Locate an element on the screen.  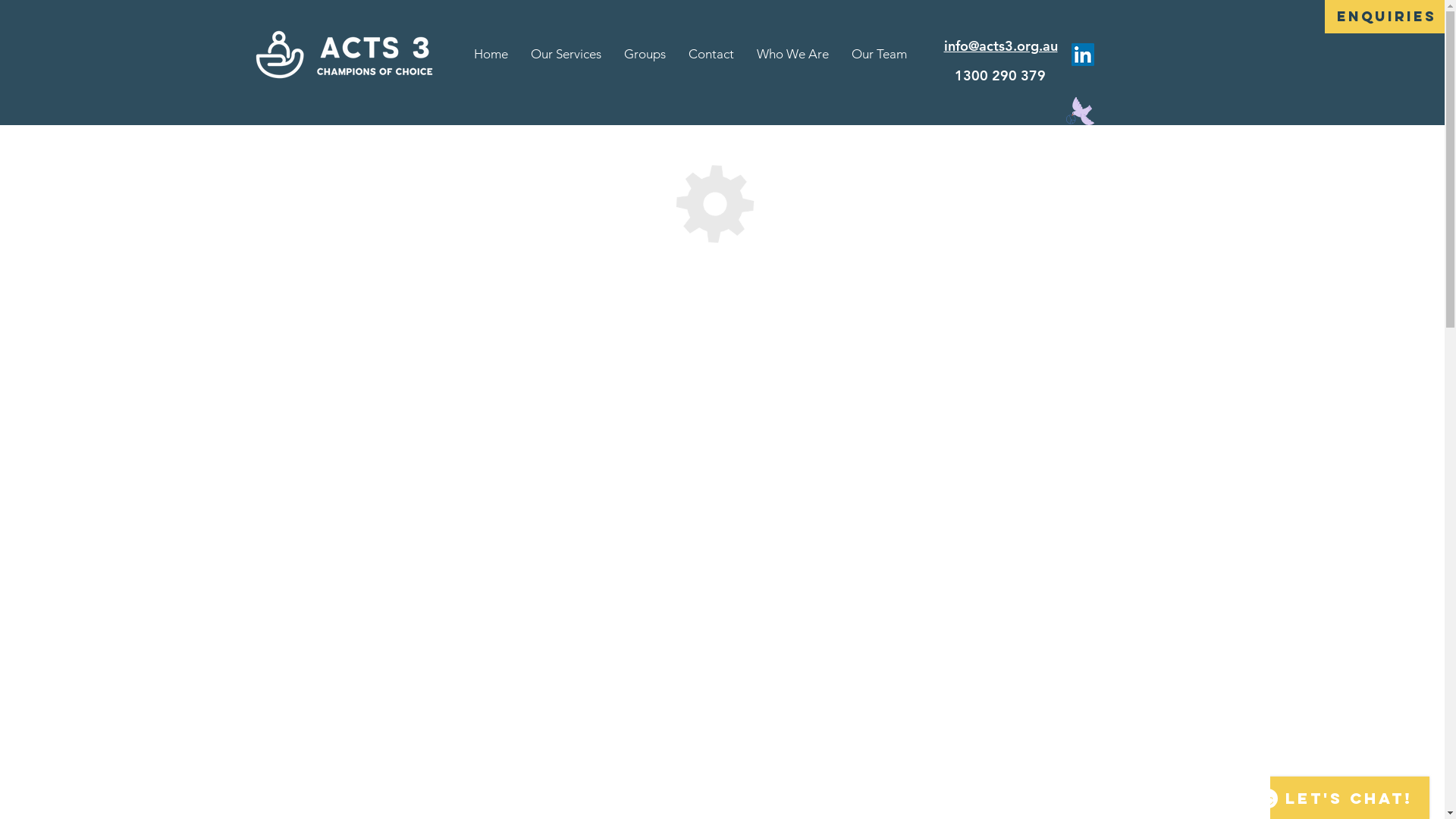
'info@acts3.org.au' is located at coordinates (942, 45).